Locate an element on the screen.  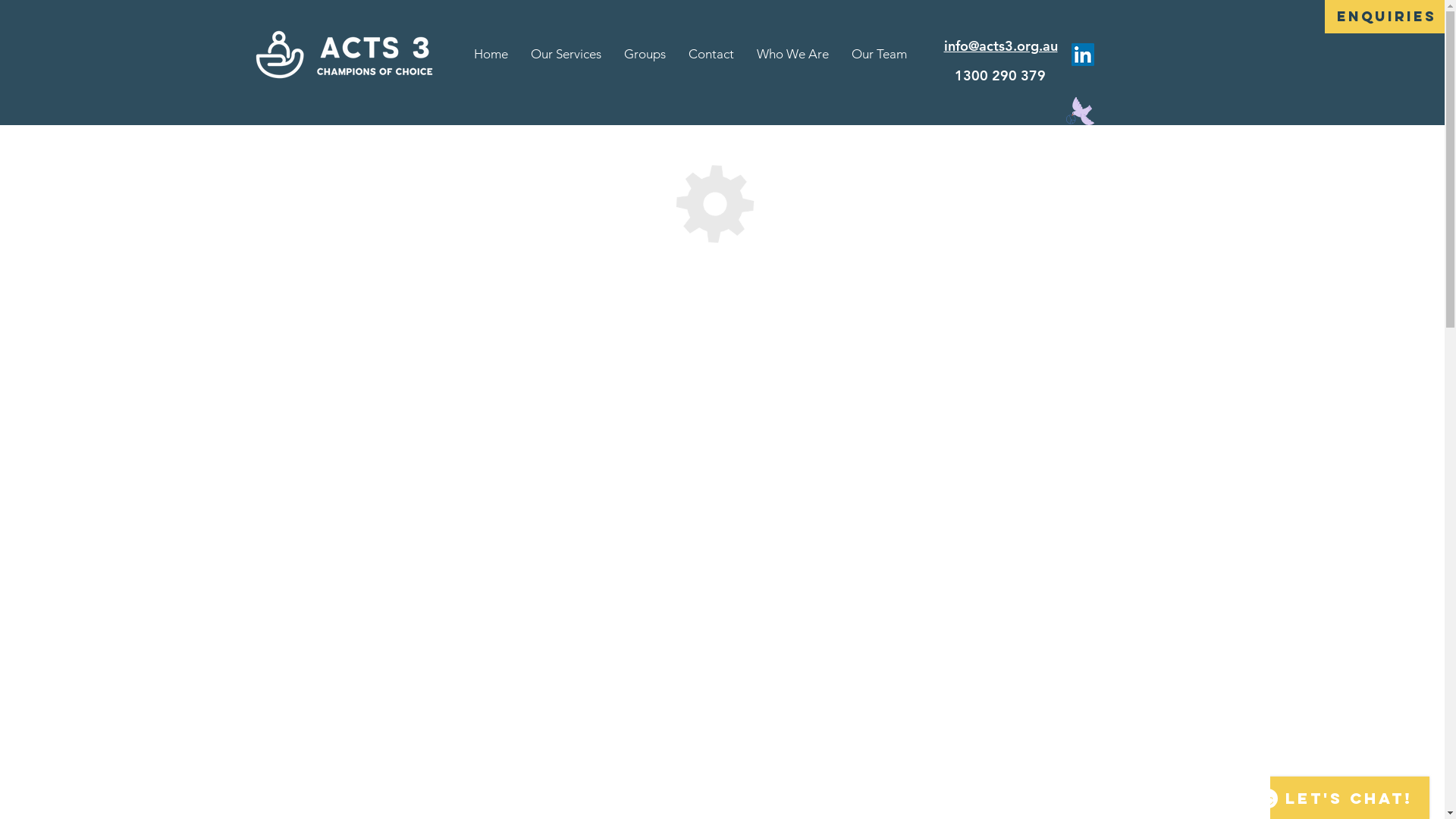
'info@acts3.org.au' is located at coordinates (942, 45).